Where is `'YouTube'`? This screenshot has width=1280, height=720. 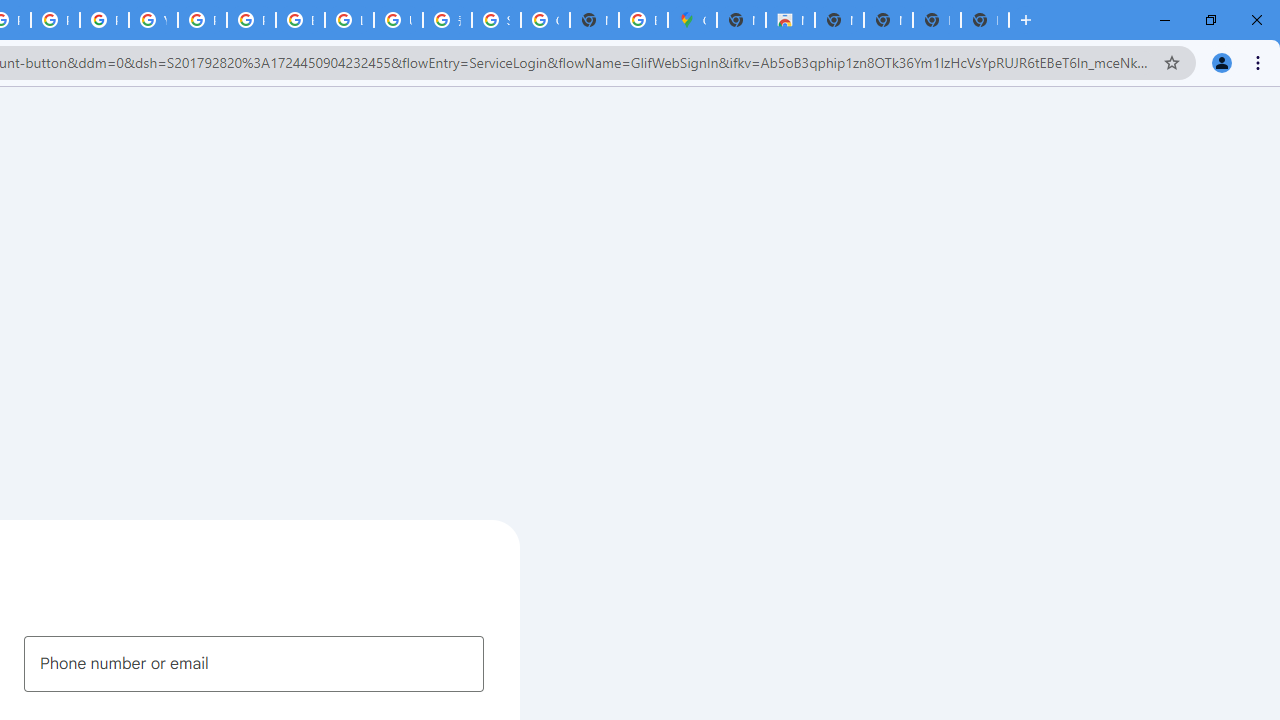 'YouTube' is located at coordinates (152, 20).